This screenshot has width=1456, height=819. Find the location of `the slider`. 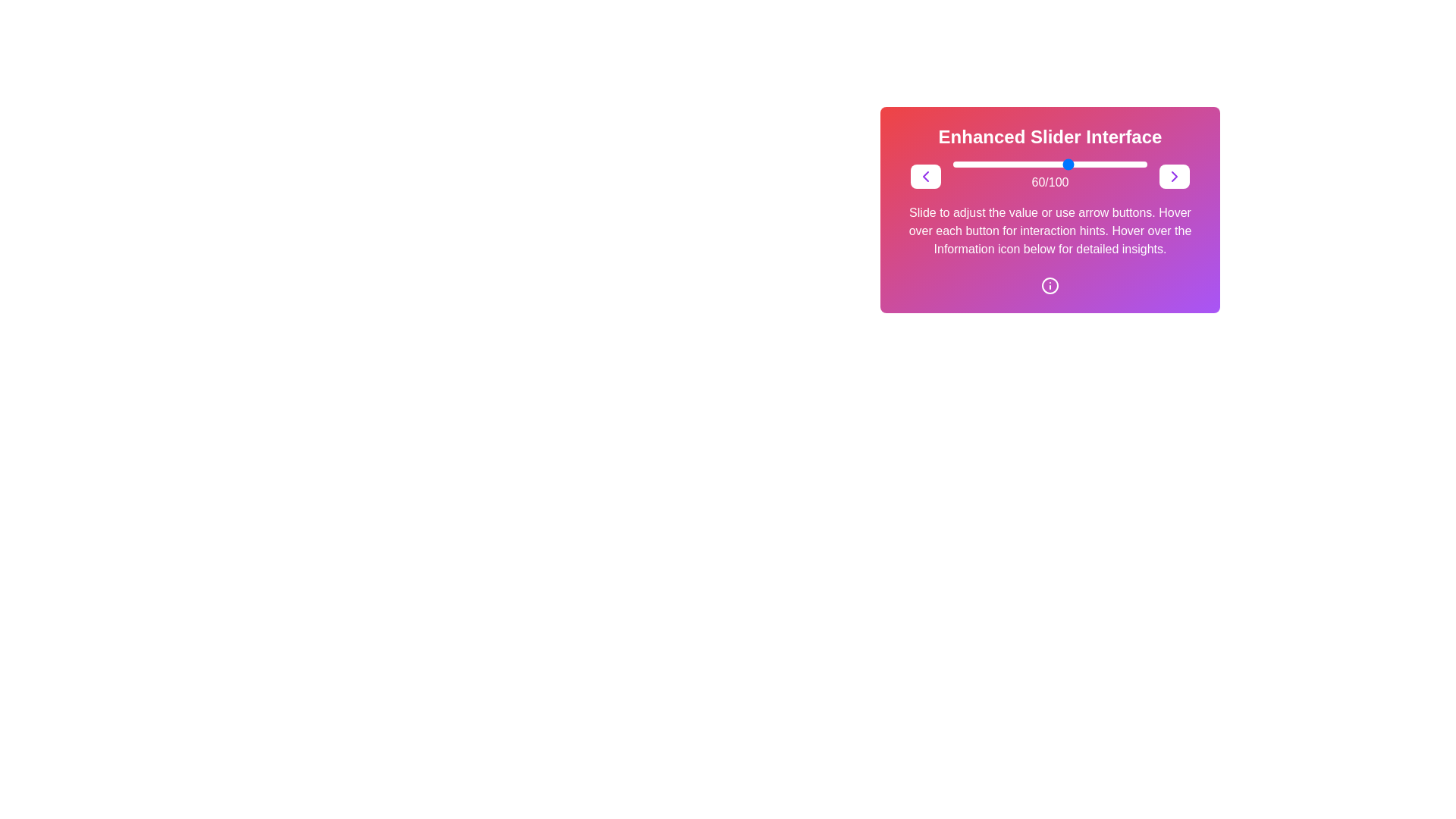

the slider is located at coordinates (1023, 164).